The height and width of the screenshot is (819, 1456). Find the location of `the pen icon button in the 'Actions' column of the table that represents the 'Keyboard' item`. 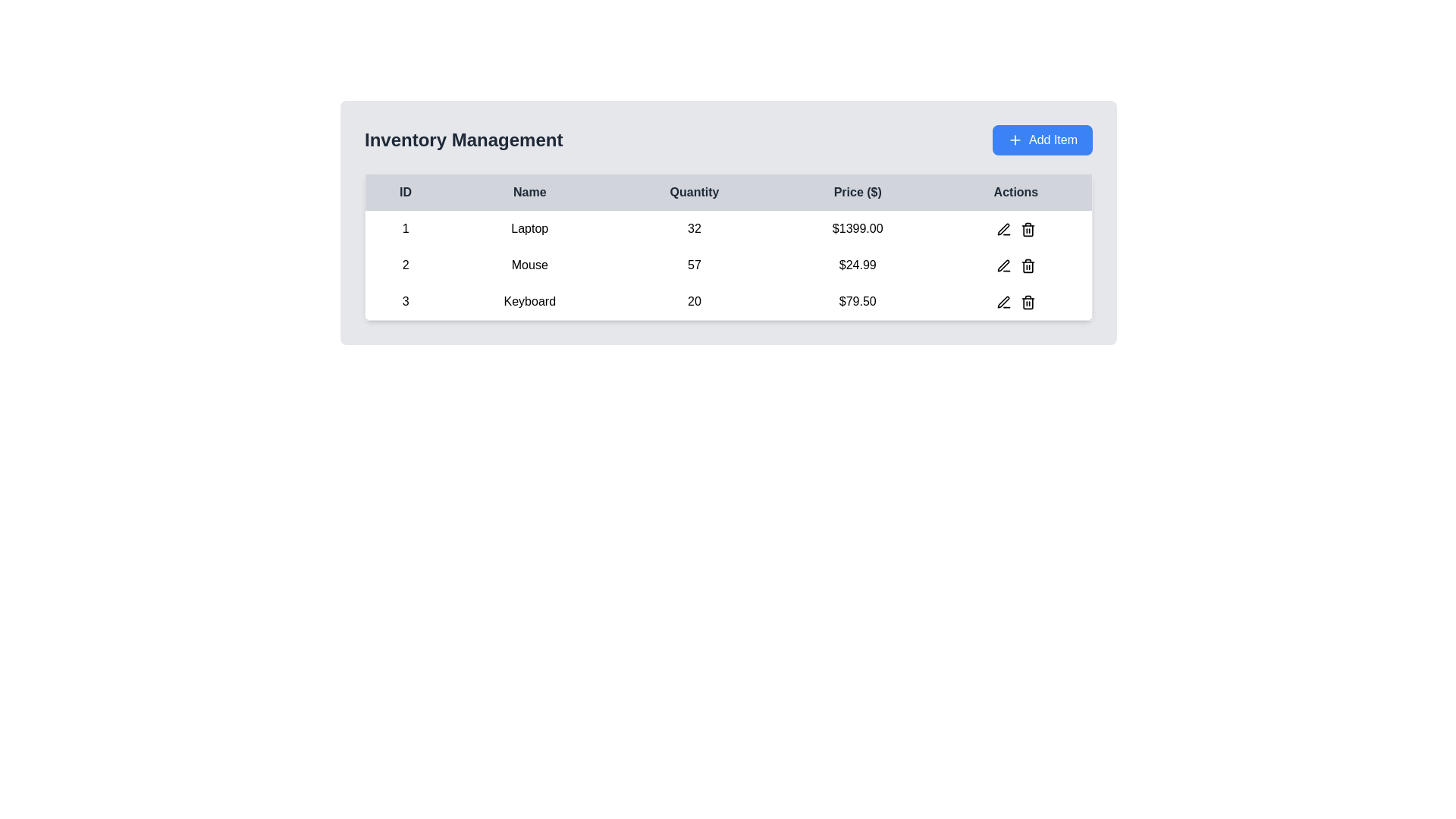

the pen icon button in the 'Actions' column of the table that represents the 'Keyboard' item is located at coordinates (1003, 302).